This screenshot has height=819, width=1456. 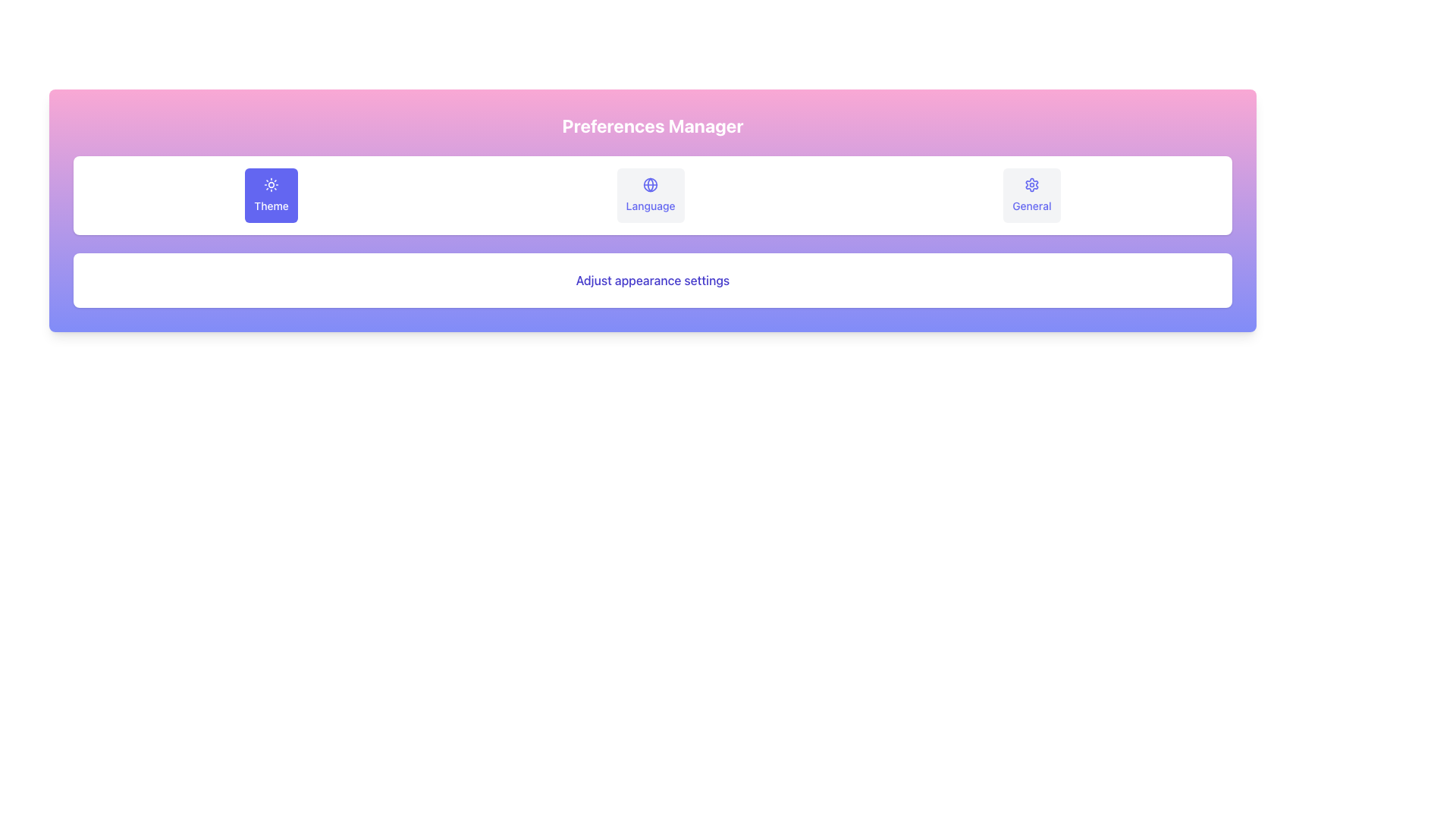 I want to click on the text label that describes the general settings section, located below the settings icon in the third position of a horizontally arranged selection interface, so click(x=1031, y=206).